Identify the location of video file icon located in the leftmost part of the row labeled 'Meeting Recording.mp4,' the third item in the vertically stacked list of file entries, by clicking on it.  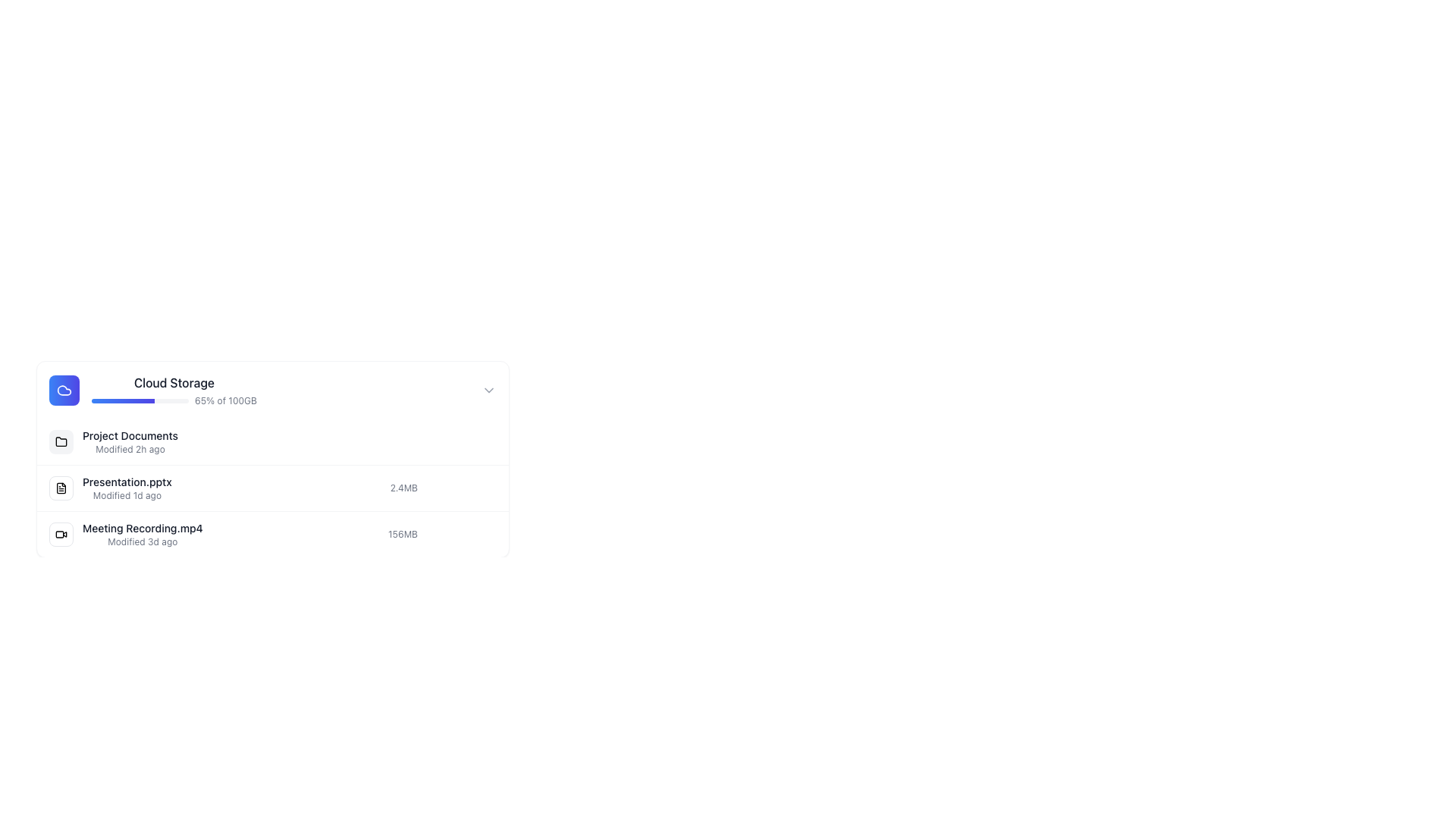
(61, 534).